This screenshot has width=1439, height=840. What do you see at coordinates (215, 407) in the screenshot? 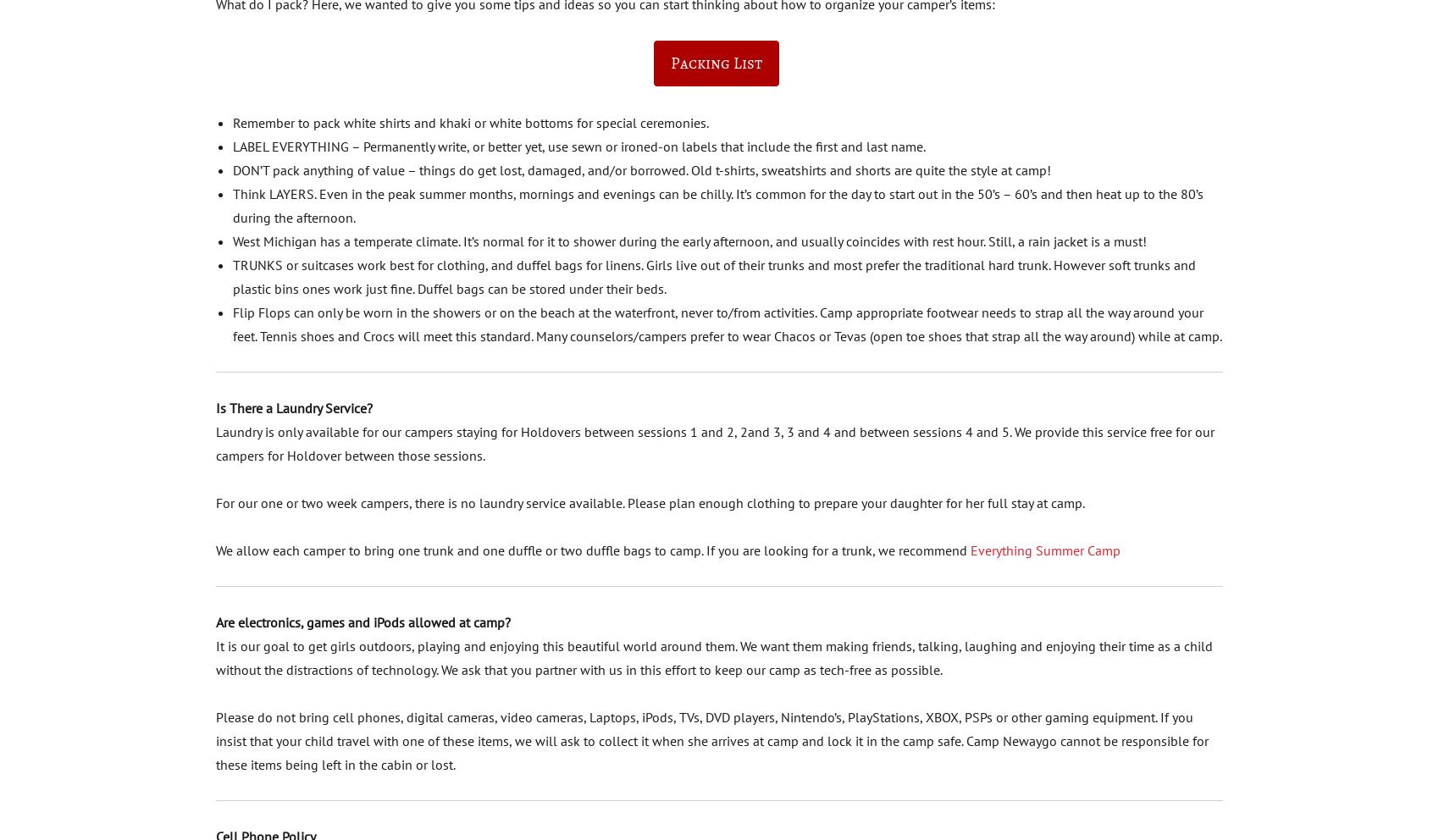
I see `'Is There a Laundry Service?'` at bounding box center [215, 407].